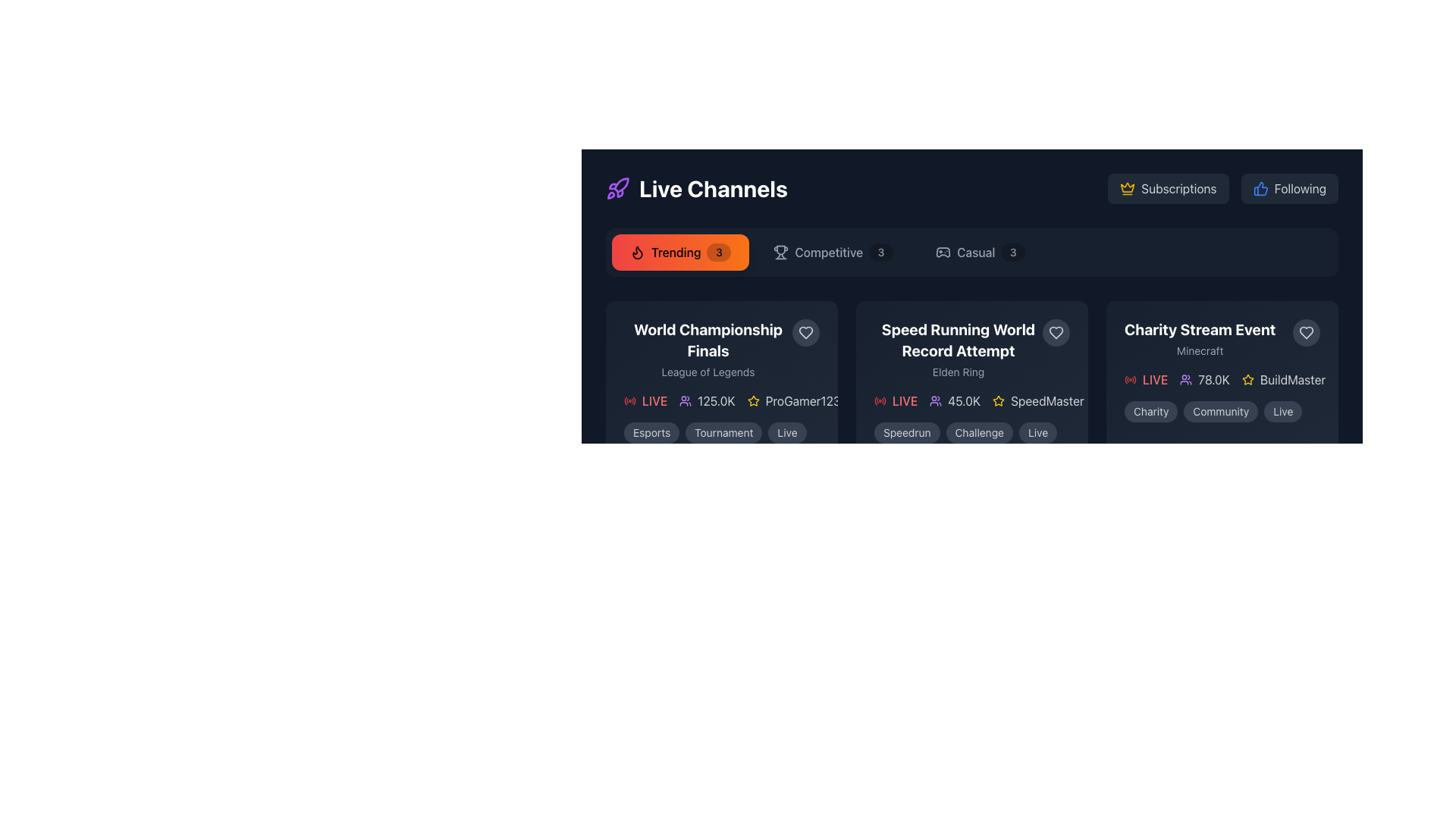 This screenshot has height=819, width=1456. What do you see at coordinates (654, 400) in the screenshot?
I see `the text label displaying 'LIVE' in red font` at bounding box center [654, 400].